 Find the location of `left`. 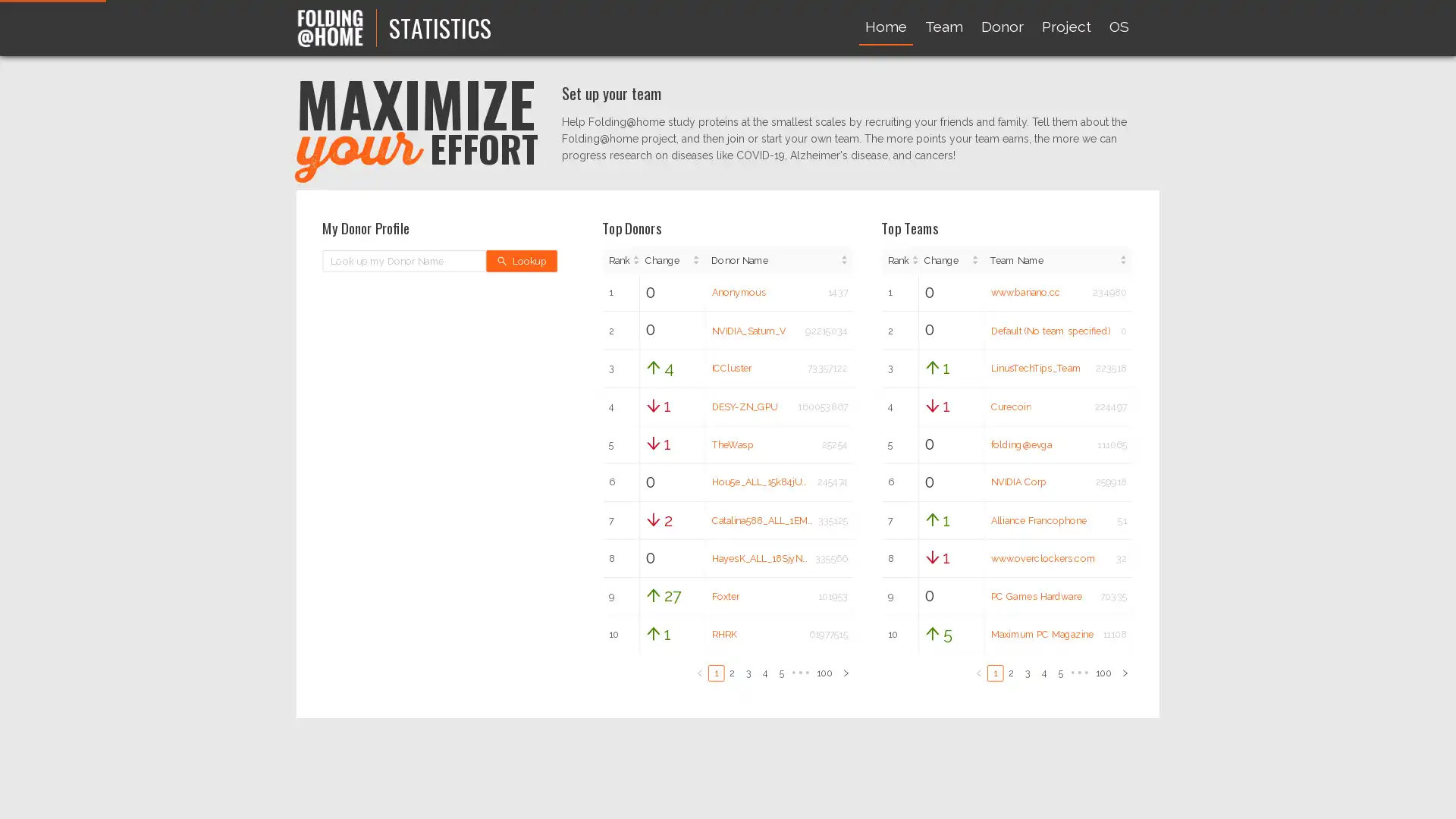

left is located at coordinates (978, 671).